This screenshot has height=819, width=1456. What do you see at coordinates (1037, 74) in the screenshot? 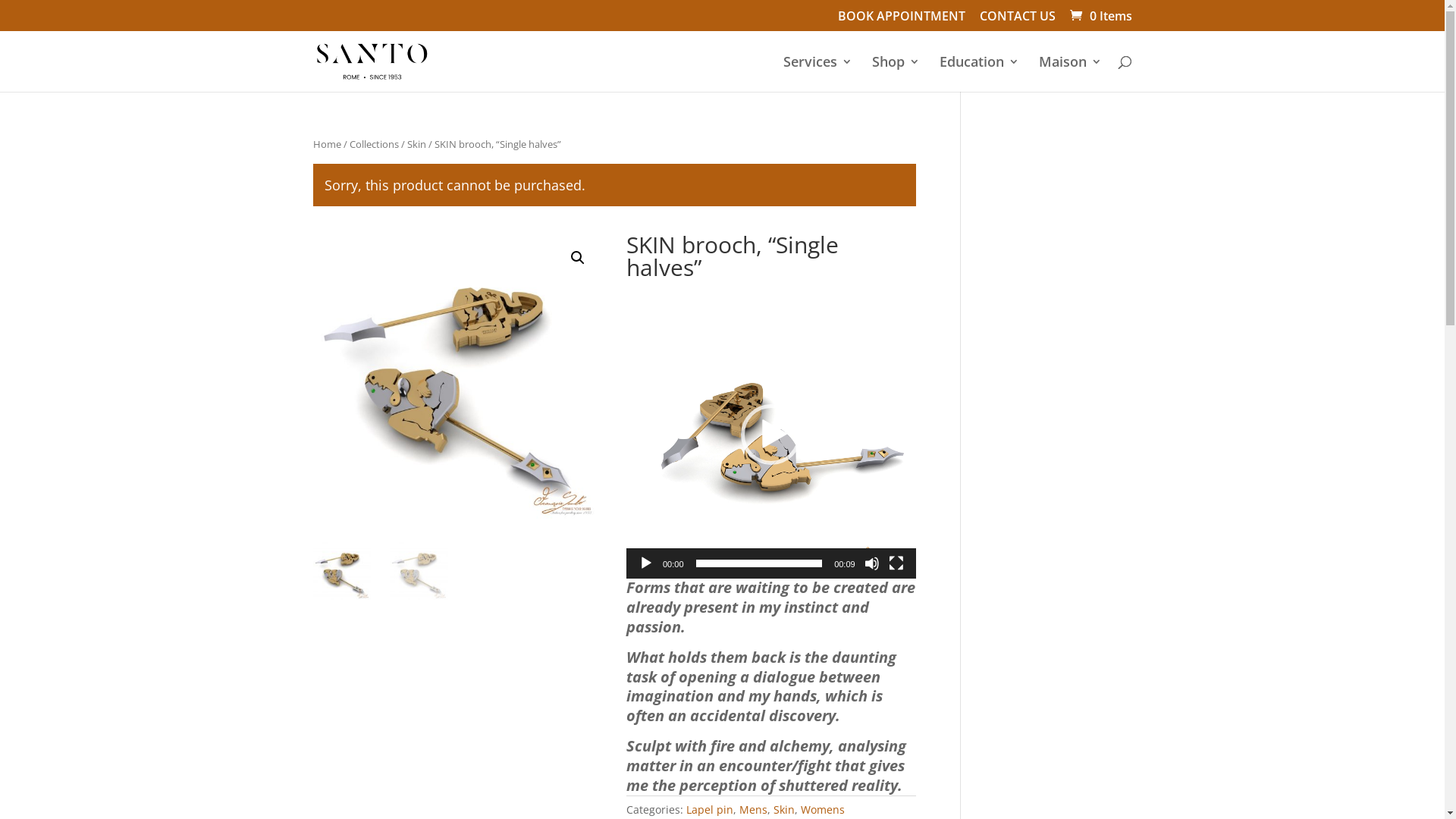
I see `'Maison'` at bounding box center [1037, 74].